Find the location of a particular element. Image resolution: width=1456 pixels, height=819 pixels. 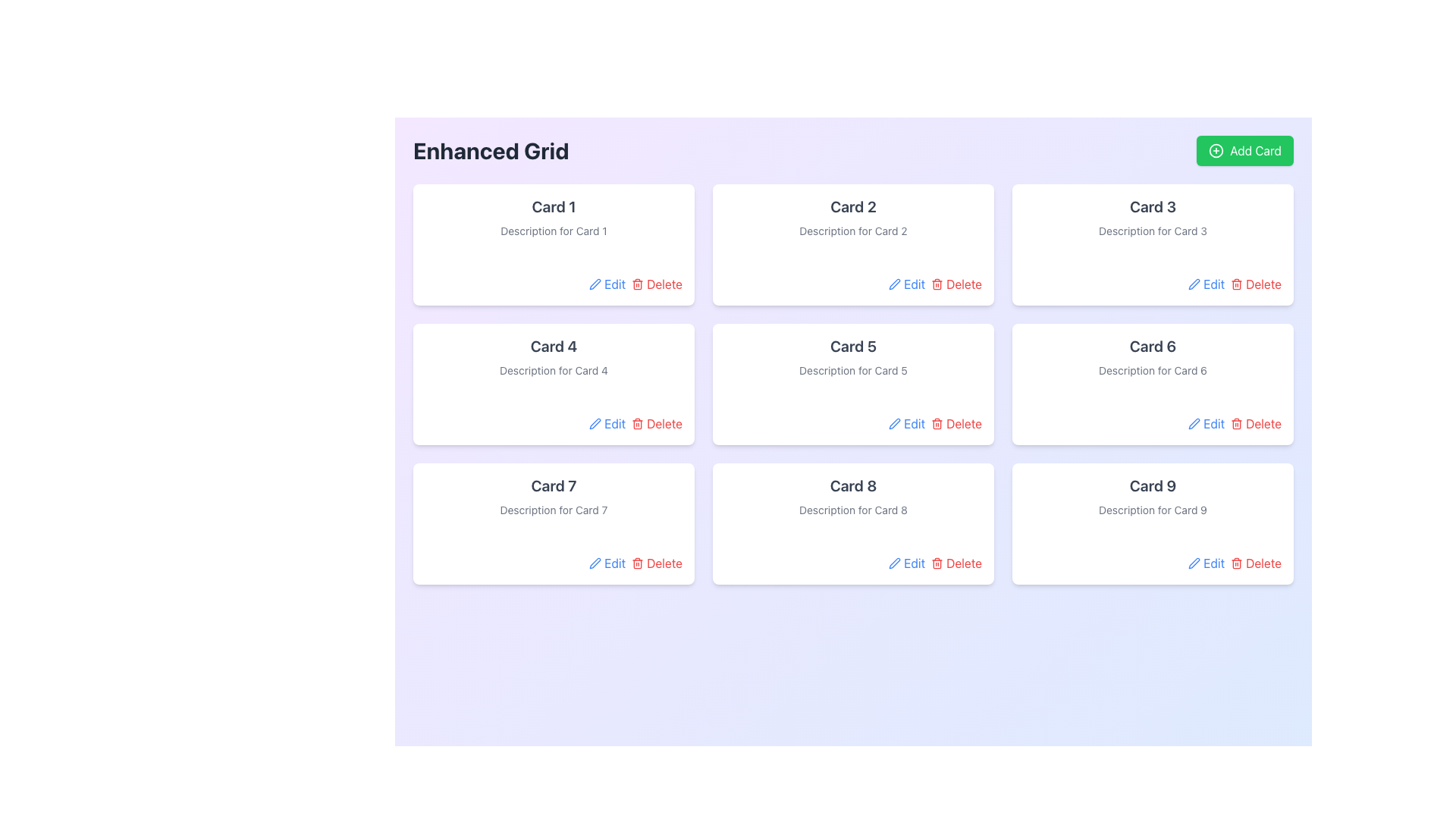

the text block displaying 'Card 3' with the description 'Description for Card 3', located in the first card of the second row in a 3x3 grid layout is located at coordinates (1153, 217).